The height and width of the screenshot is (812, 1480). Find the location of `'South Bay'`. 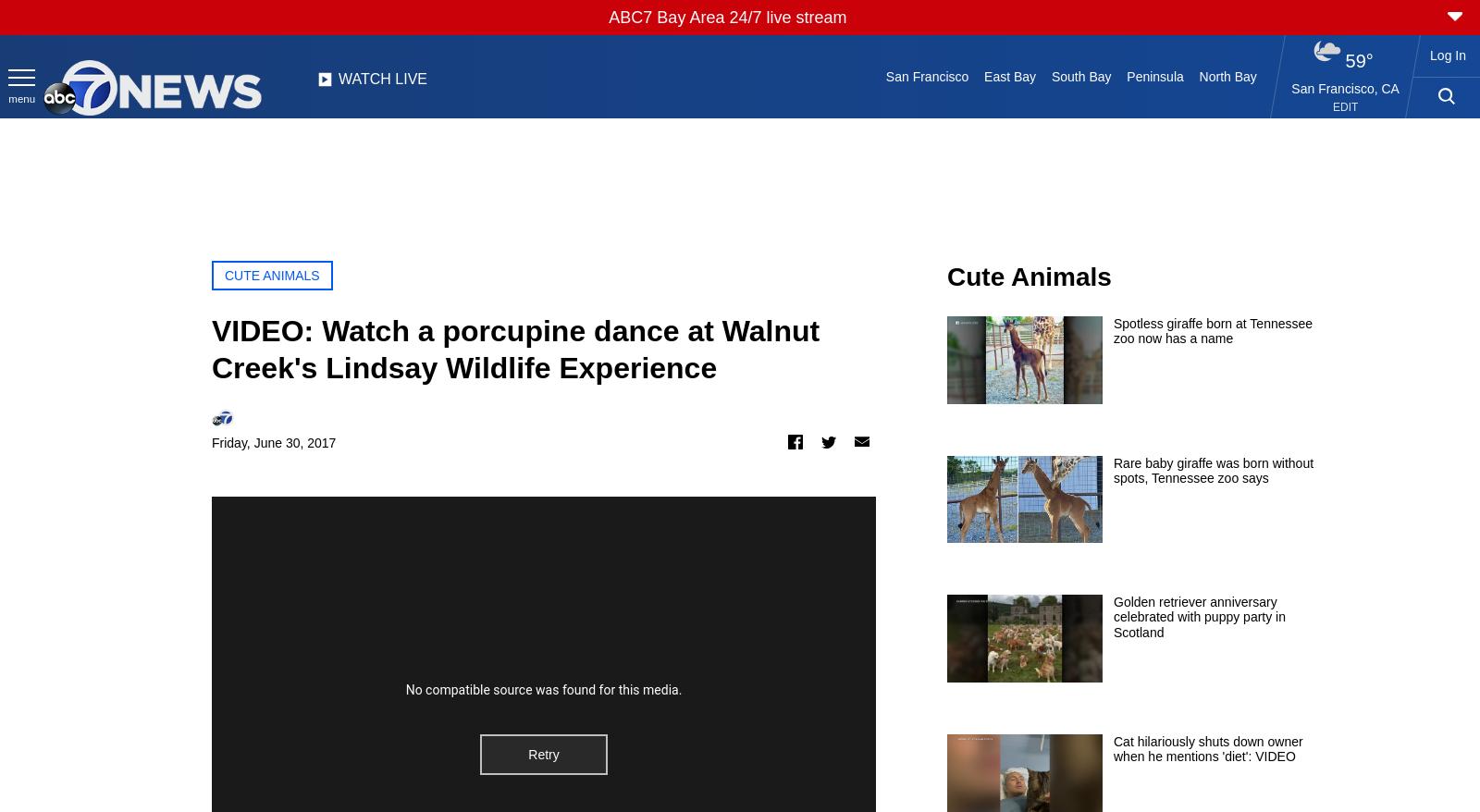

'South Bay' is located at coordinates (1080, 76).